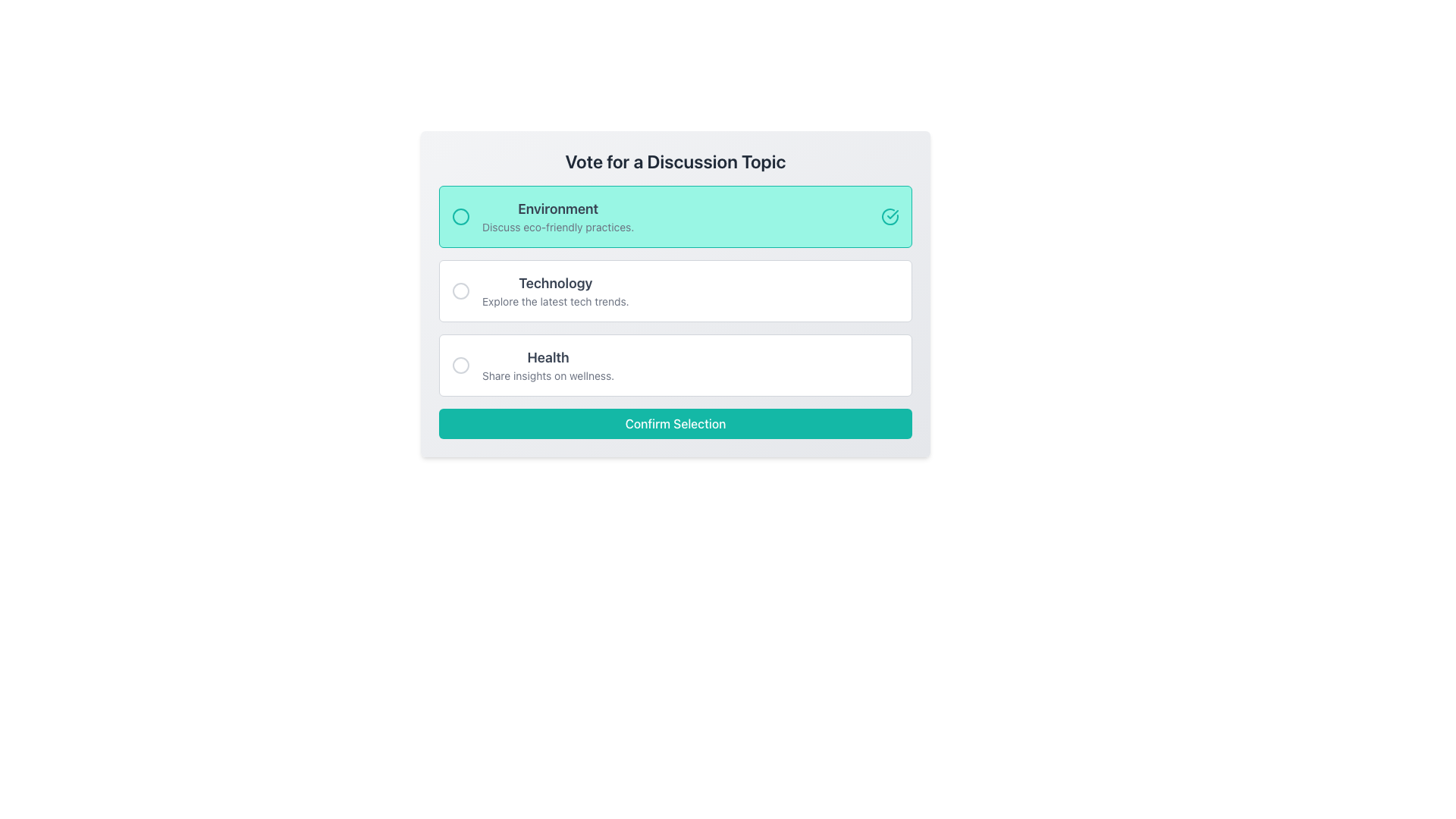 Image resolution: width=1456 pixels, height=819 pixels. I want to click on the Static Text Label that provides information about the 'Health' topic option, located in the third selection panel towards the bottom center of the interface, so click(548, 375).